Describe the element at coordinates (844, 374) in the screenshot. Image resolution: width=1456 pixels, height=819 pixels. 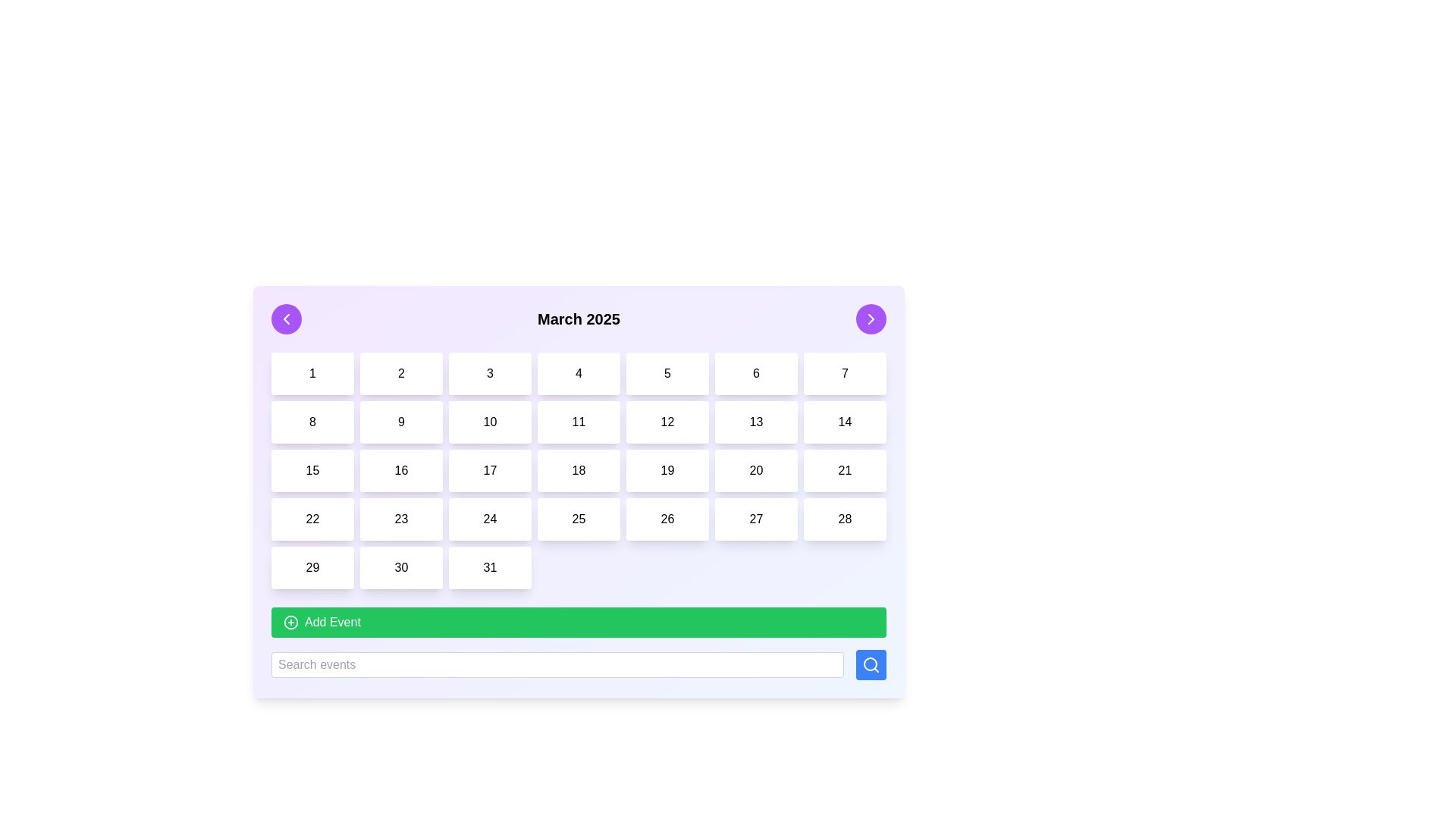
I see `to select the calendar date block representing the 7th day of the month, located in the first row of the calendar grid layout` at that location.